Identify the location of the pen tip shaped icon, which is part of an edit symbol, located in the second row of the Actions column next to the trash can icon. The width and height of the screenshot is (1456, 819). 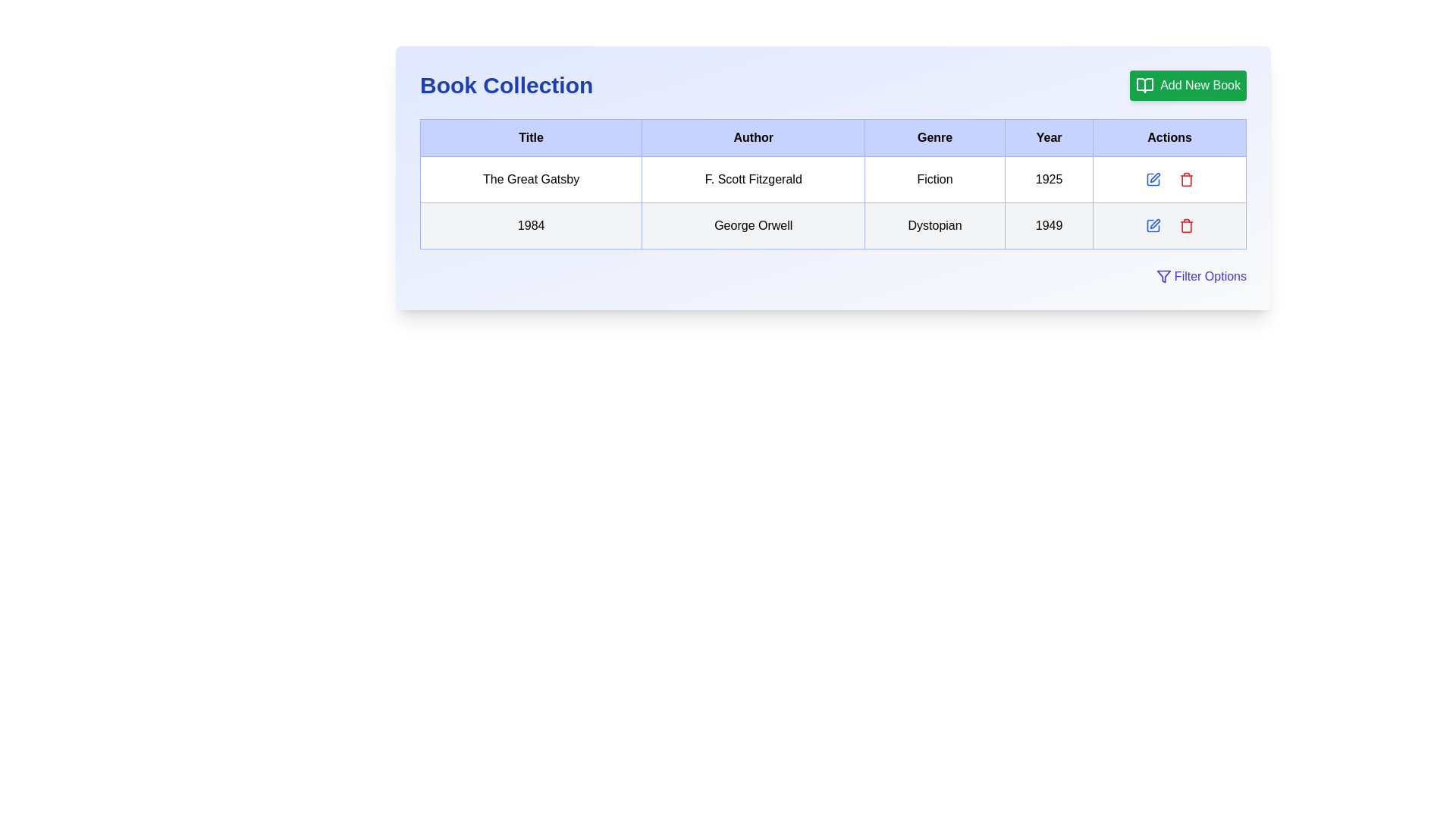
(1153, 178).